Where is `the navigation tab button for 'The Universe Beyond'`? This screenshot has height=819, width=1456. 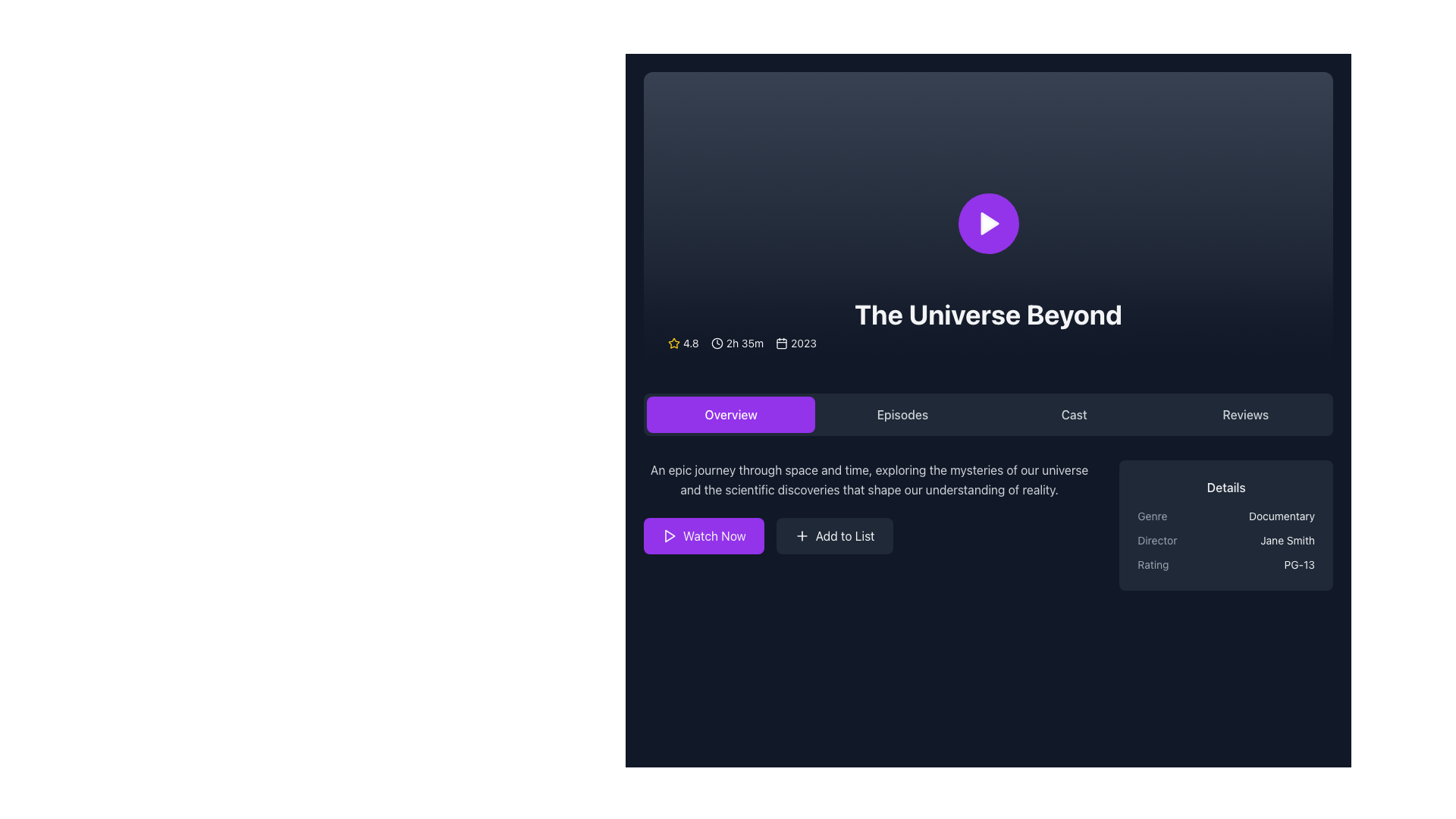 the navigation tab button for 'The Universe Beyond' is located at coordinates (731, 415).